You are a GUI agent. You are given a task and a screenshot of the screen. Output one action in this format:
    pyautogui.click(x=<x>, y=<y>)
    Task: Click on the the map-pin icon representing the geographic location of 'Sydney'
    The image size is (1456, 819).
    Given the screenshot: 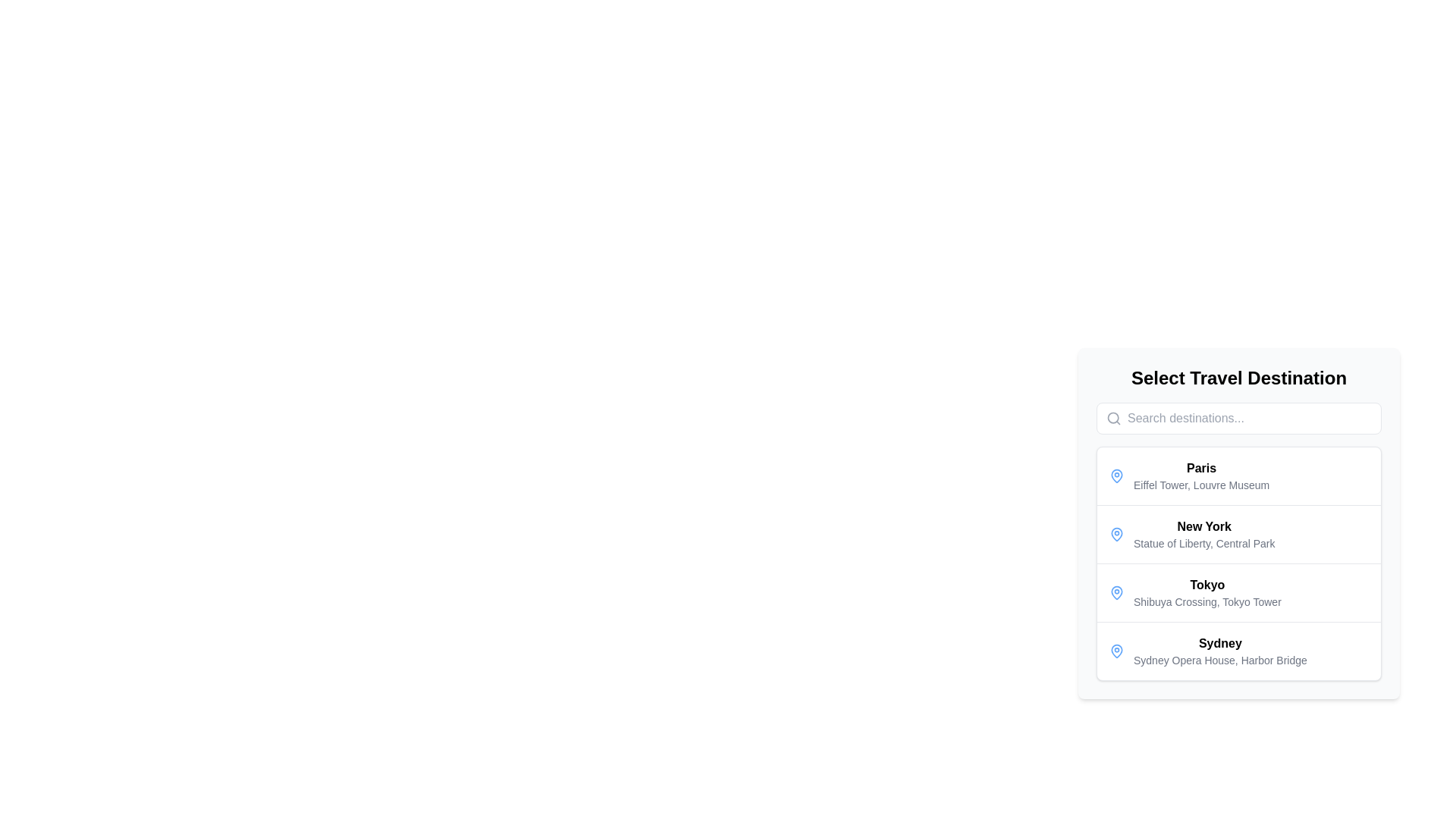 What is the action you would take?
    pyautogui.click(x=1117, y=649)
    